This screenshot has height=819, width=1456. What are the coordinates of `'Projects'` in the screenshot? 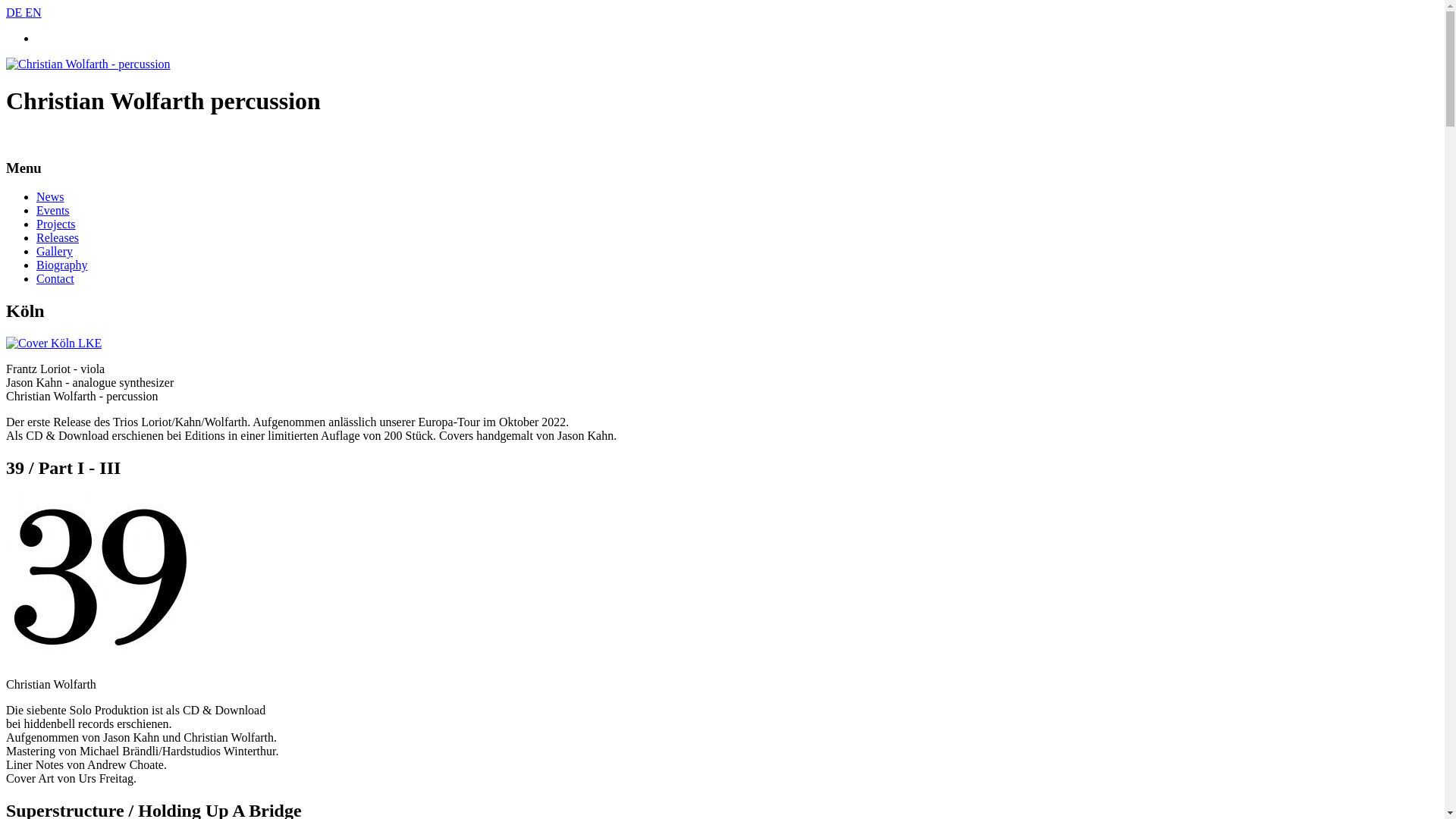 It's located at (55, 224).